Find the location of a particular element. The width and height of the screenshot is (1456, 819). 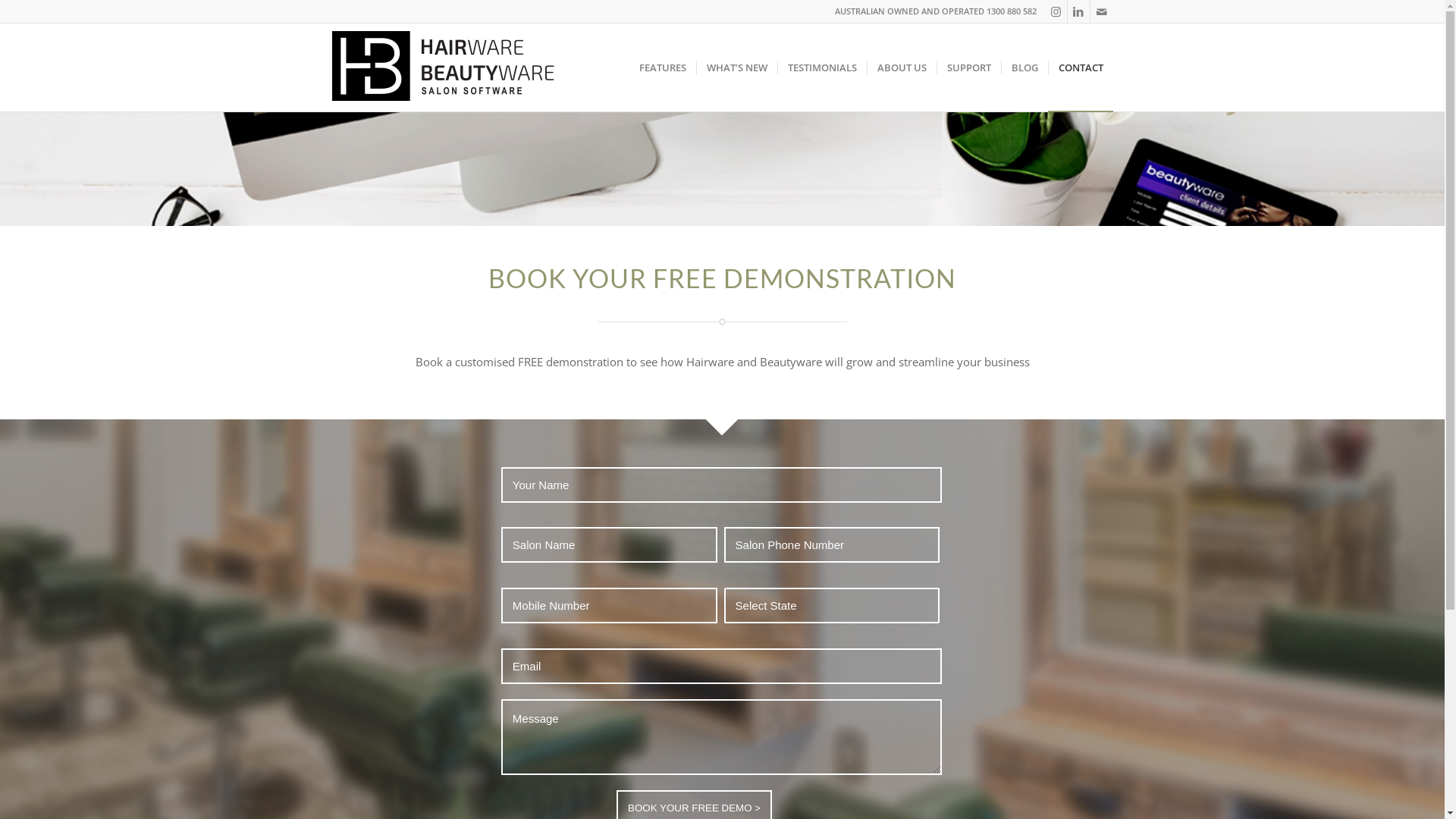

'LinkedIn' is located at coordinates (1078, 11).